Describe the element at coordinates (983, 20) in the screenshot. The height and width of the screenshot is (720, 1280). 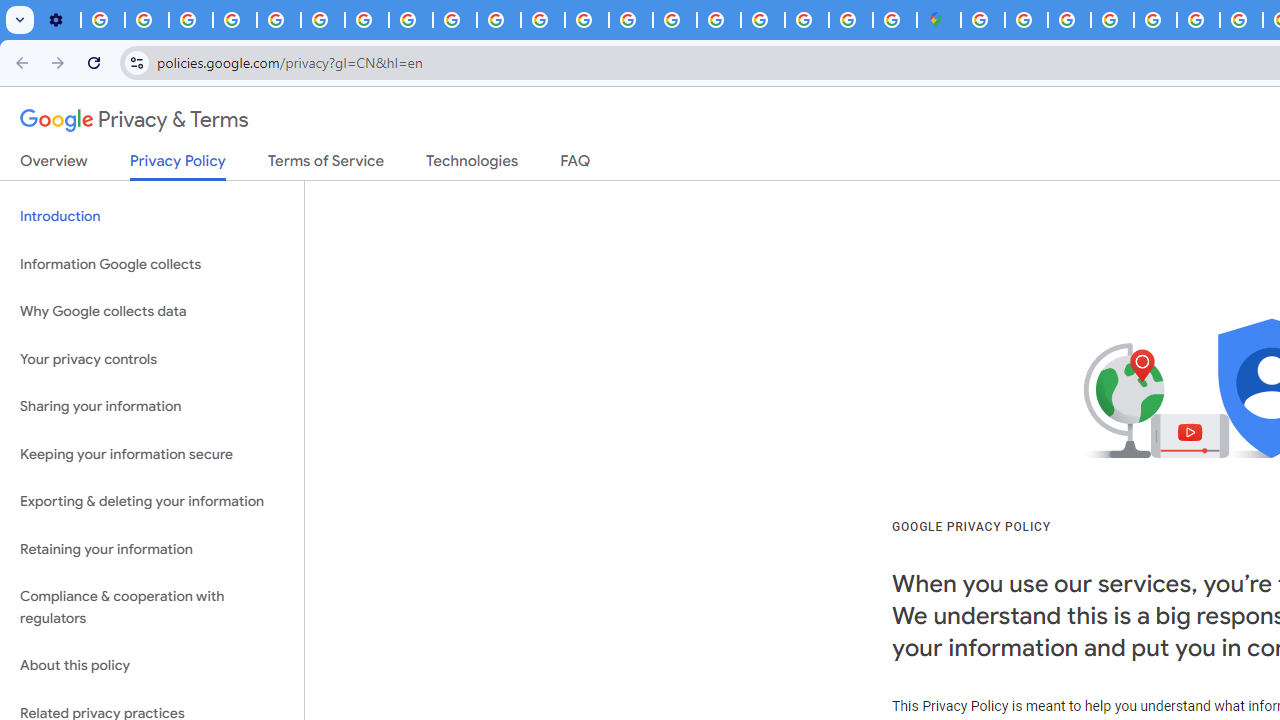
I see `'Sign in - Google Accounts'` at that location.